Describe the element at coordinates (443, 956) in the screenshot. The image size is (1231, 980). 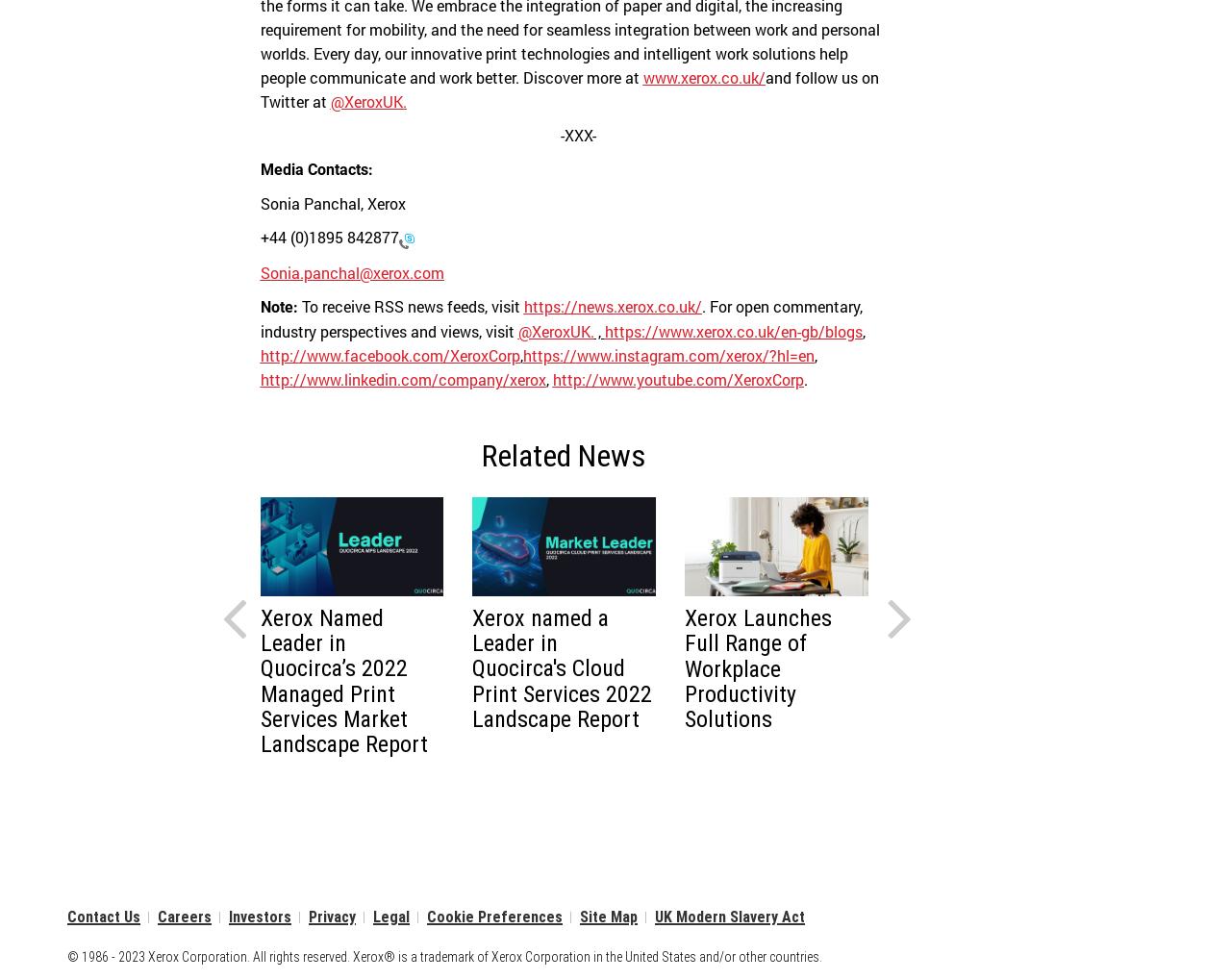
I see `'© 1986 - 2023 Xerox Corporation. All rights reserved. Xerox® is a trademark of Xerox Corporation in the United States and/or other countries.'` at that location.